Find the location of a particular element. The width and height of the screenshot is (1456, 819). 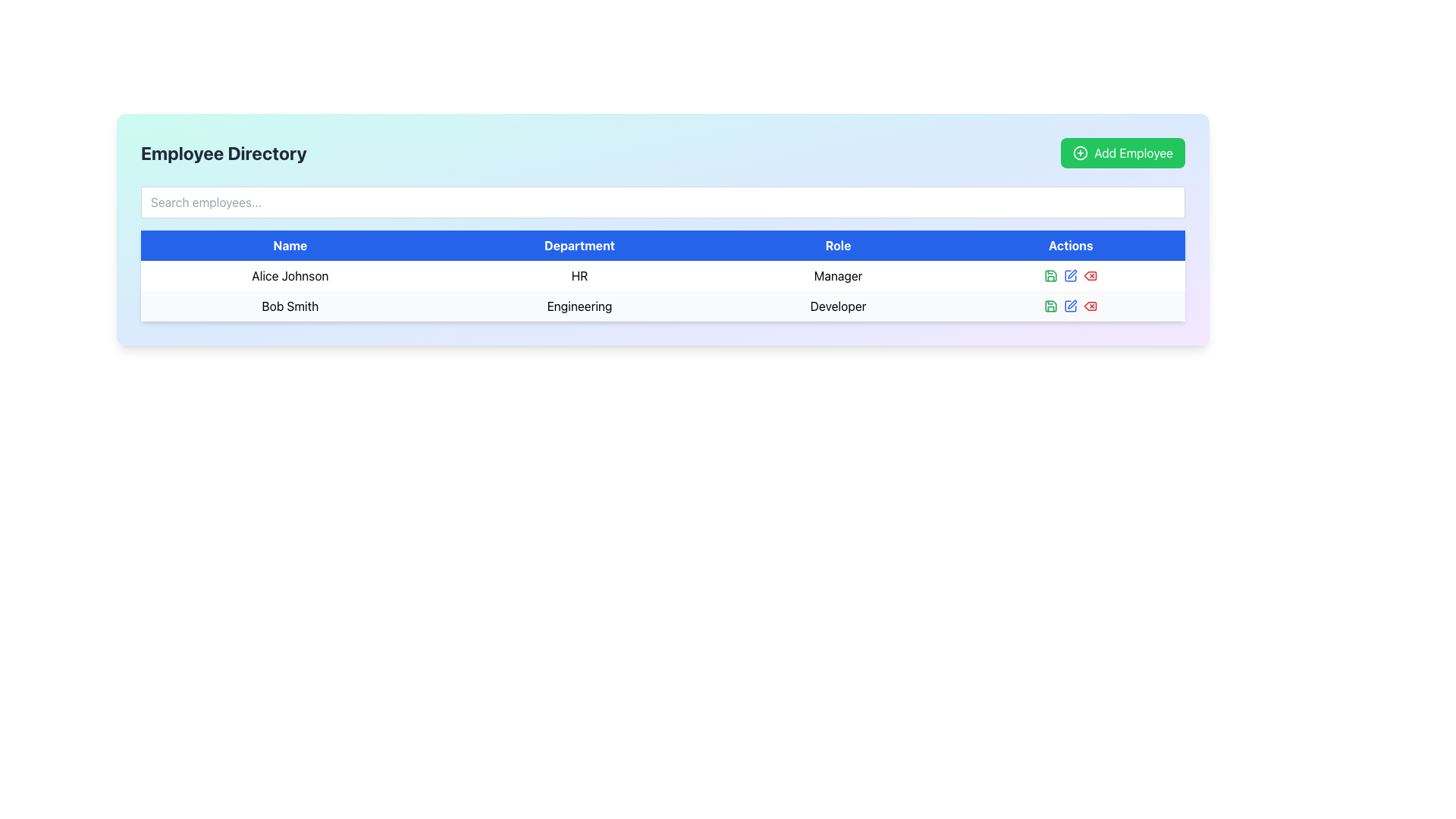

the edit button icon in the 'Actions' column of the second row, which corresponds to the entry 'Bob Smith' is located at coordinates (1070, 306).